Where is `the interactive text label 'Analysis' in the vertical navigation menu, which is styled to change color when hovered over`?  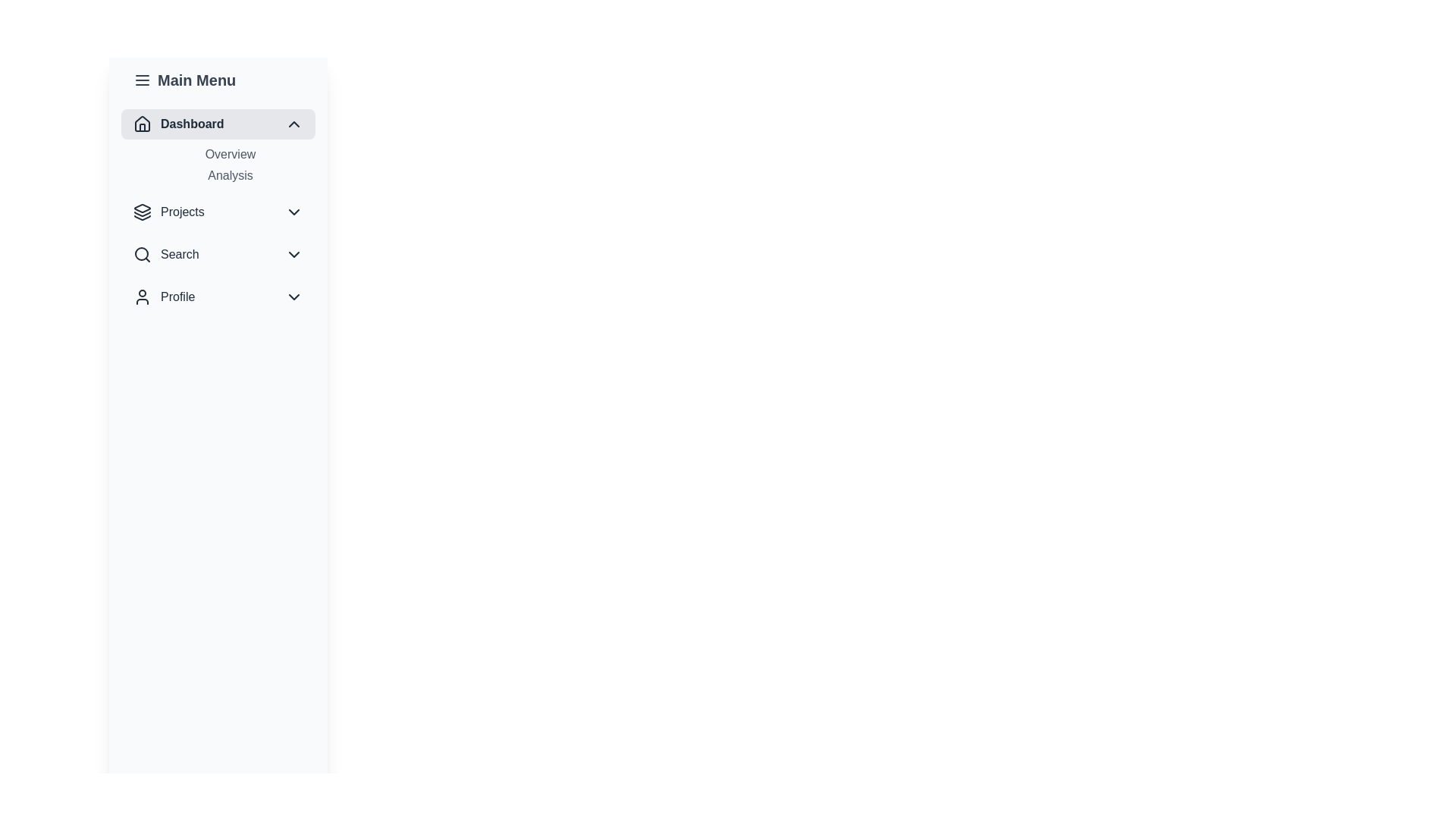 the interactive text label 'Analysis' in the vertical navigation menu, which is styled to change color when hovered over is located at coordinates (229, 174).